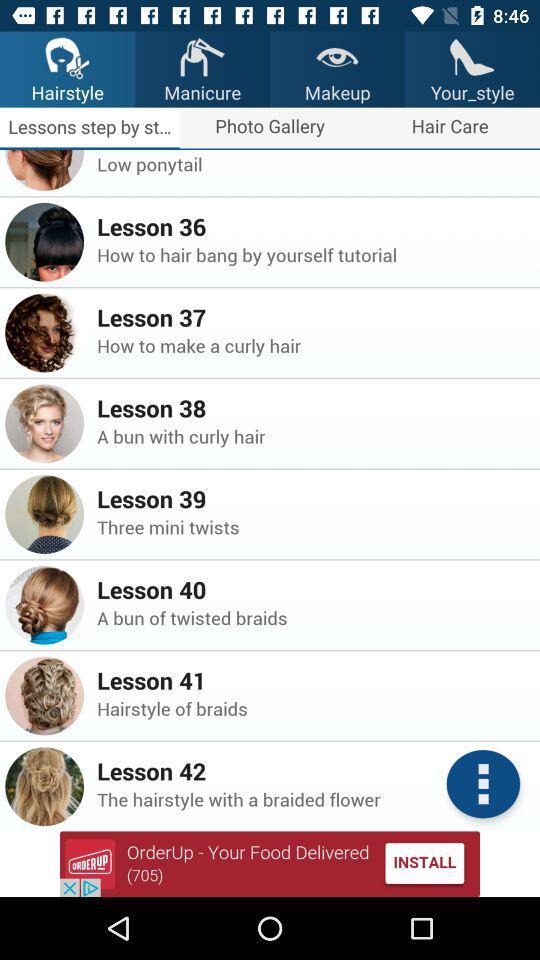 Image resolution: width=540 pixels, height=960 pixels. Describe the element at coordinates (312, 526) in the screenshot. I see `the app above lesson 40 icon` at that location.